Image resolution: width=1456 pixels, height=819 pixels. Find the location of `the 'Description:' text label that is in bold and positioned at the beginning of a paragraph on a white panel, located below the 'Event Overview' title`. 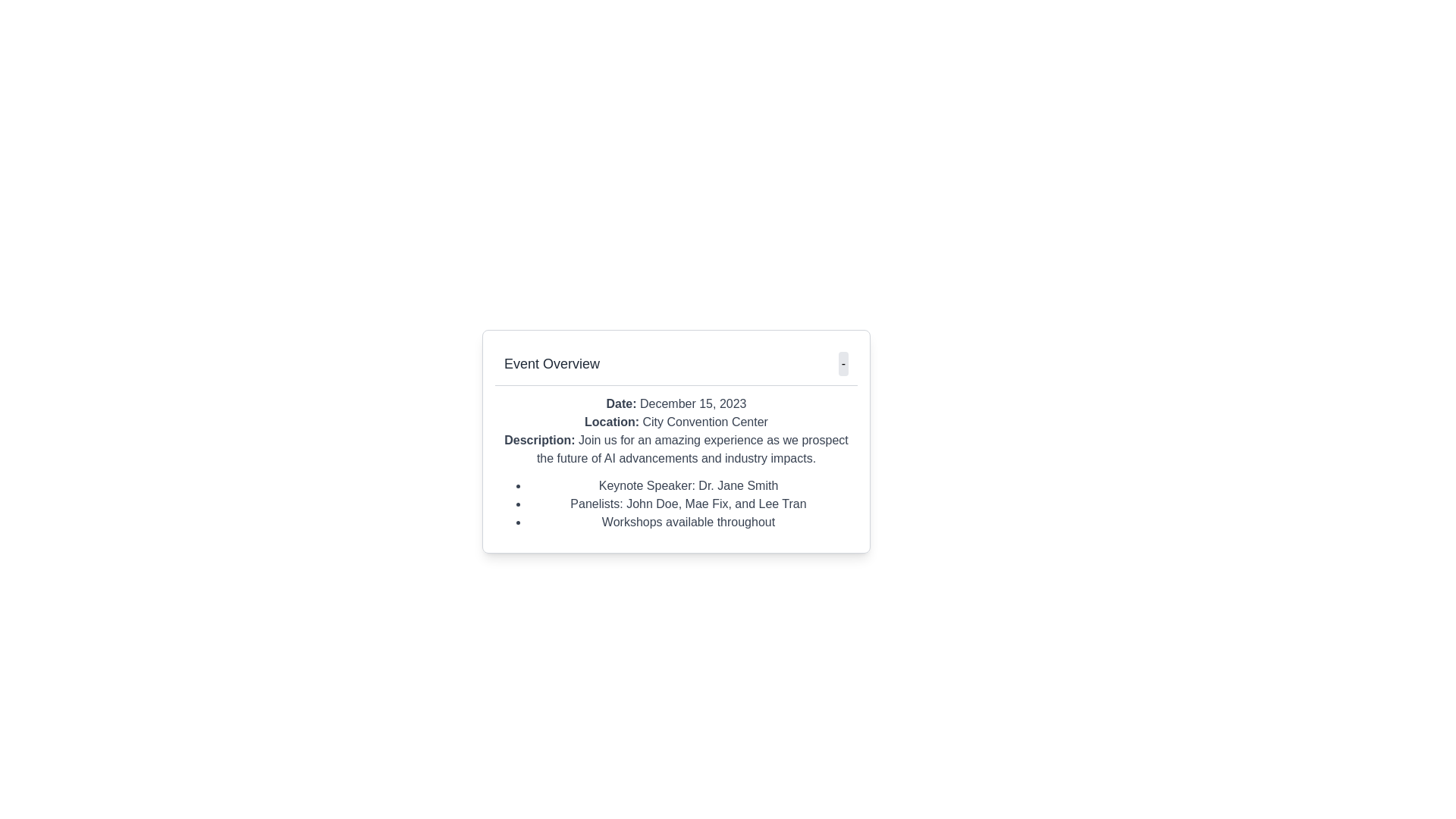

the 'Description:' text label that is in bold and positioned at the beginning of a paragraph on a white panel, located below the 'Event Overview' title is located at coordinates (539, 440).